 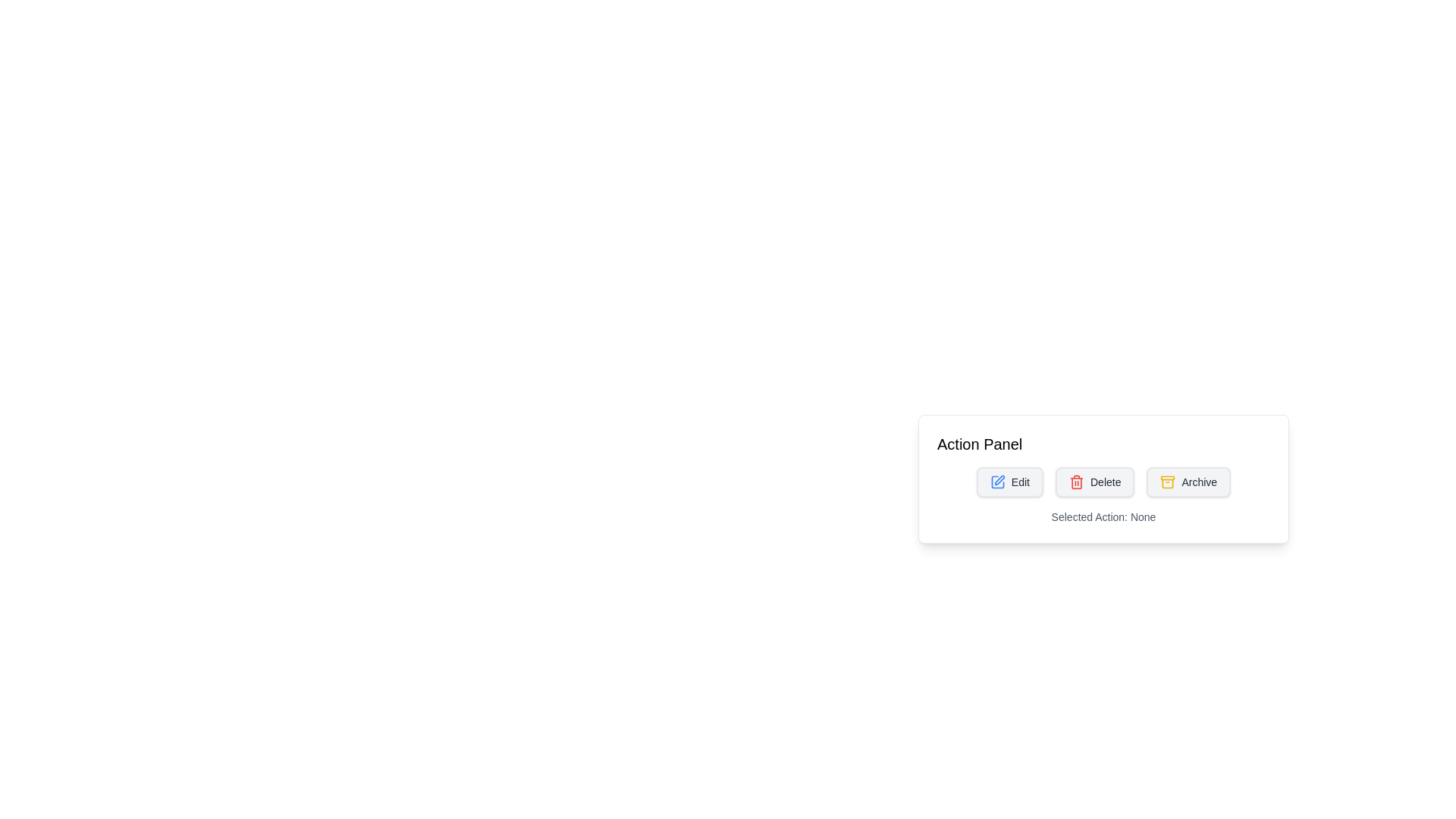 I want to click on the information display Text label located at the bottom of the 'Action Panel', which shows the current selection or status of an action, so click(x=1103, y=516).